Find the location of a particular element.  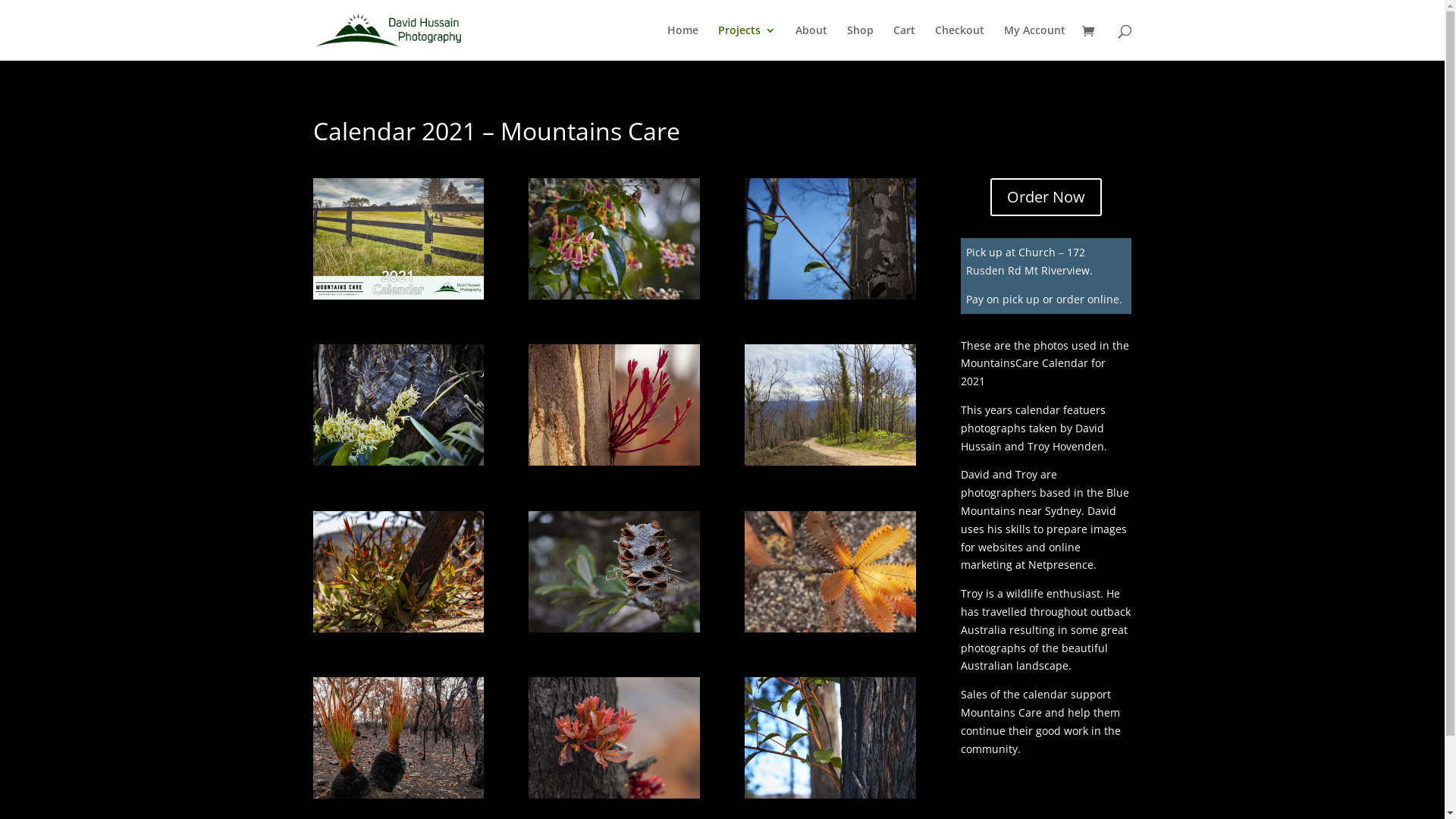

'Home' is located at coordinates (682, 42).